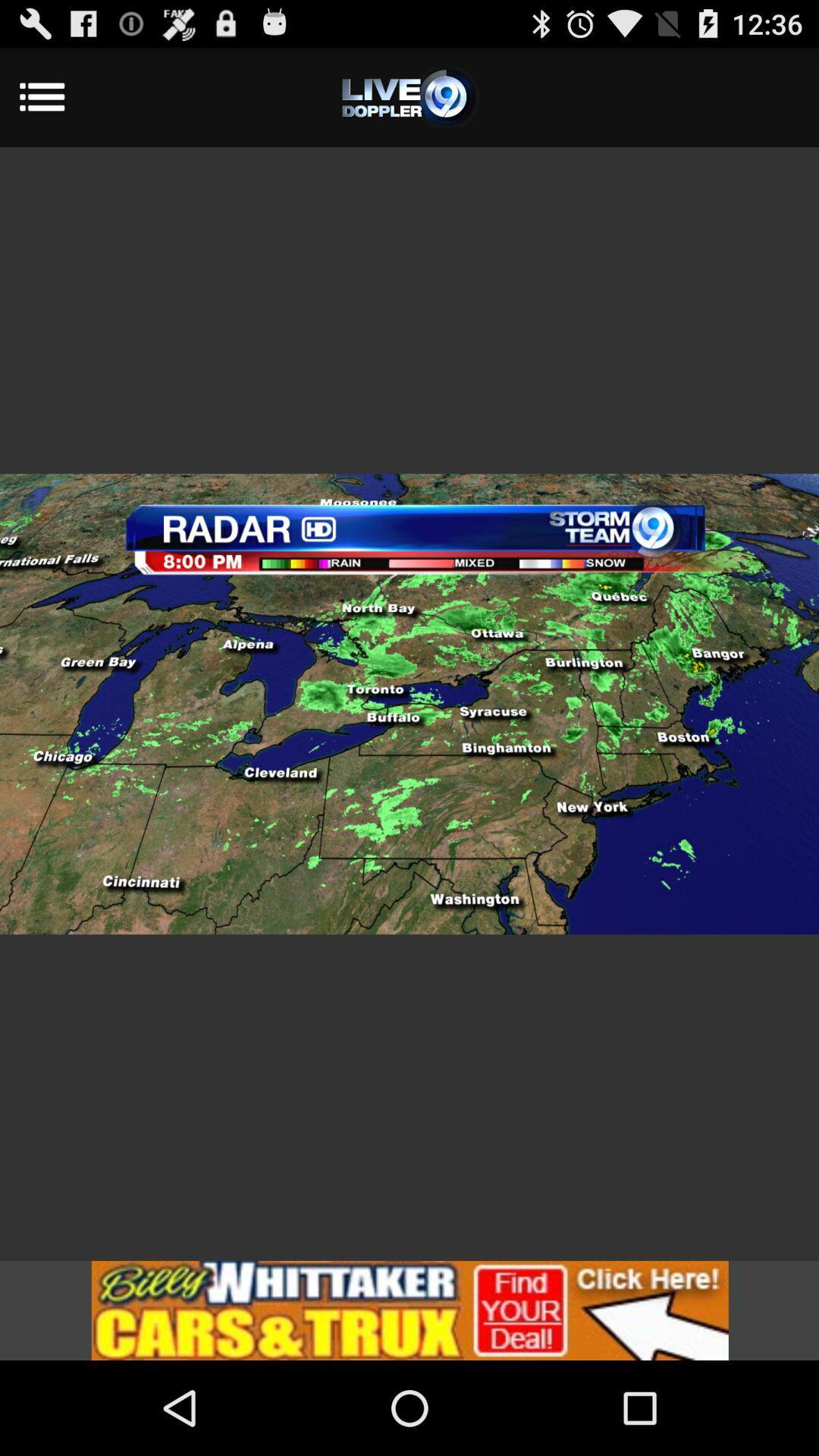 Image resolution: width=819 pixels, height=1456 pixels. Describe the element at coordinates (409, 1310) in the screenshot. I see `advertisement page` at that location.